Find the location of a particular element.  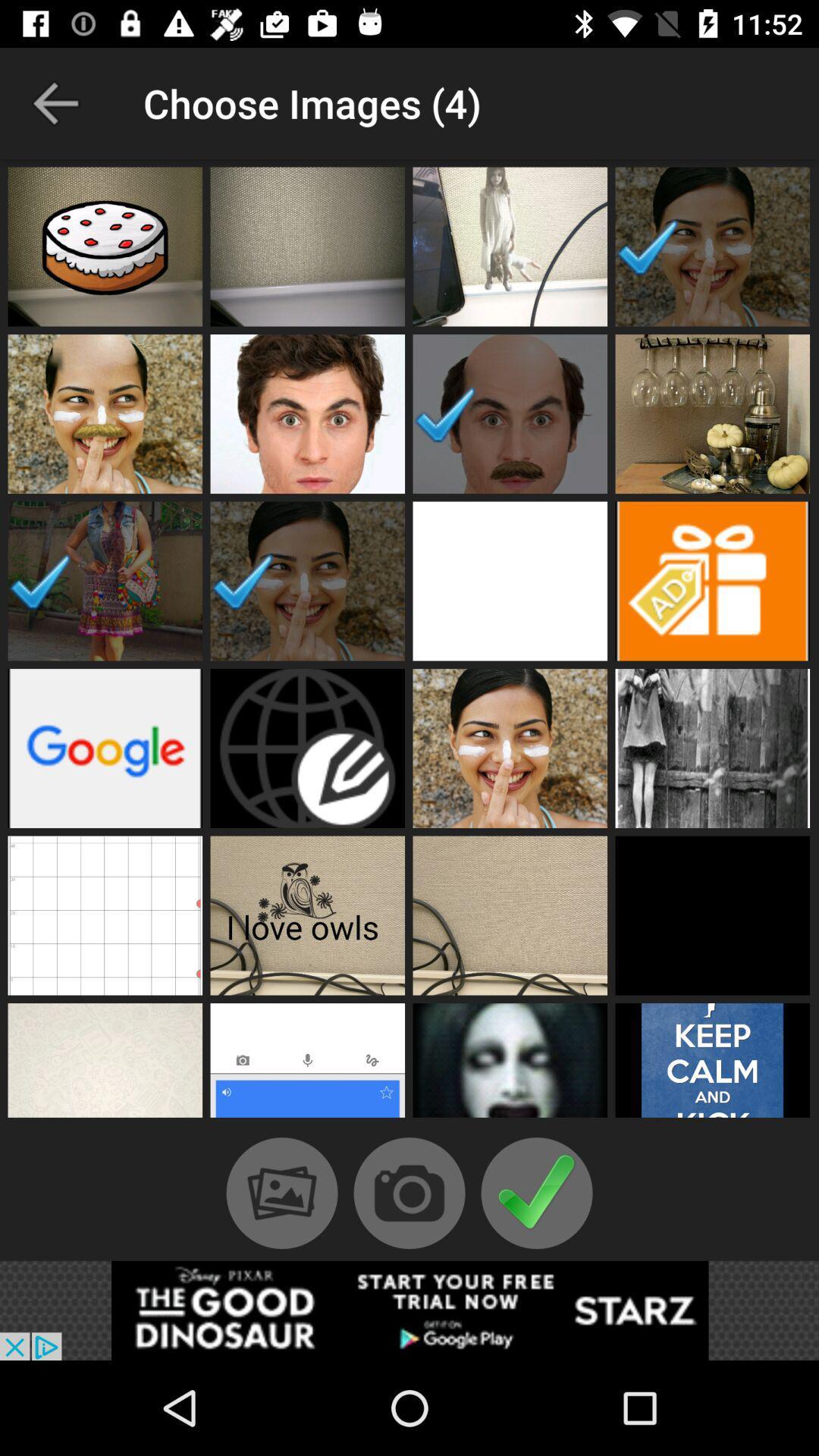

an image is located at coordinates (510, 1063).